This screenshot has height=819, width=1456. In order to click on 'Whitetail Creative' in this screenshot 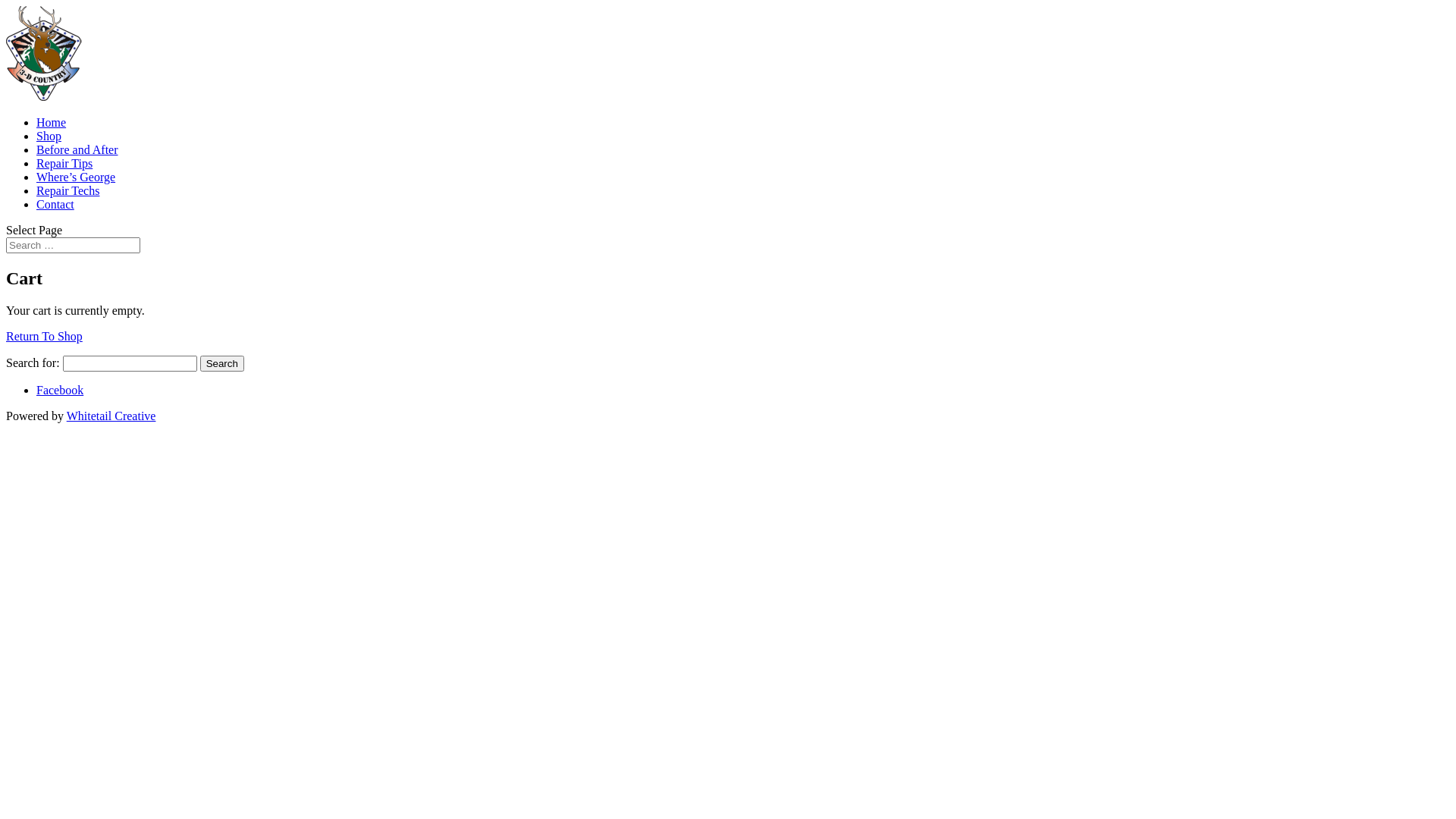, I will do `click(111, 416)`.